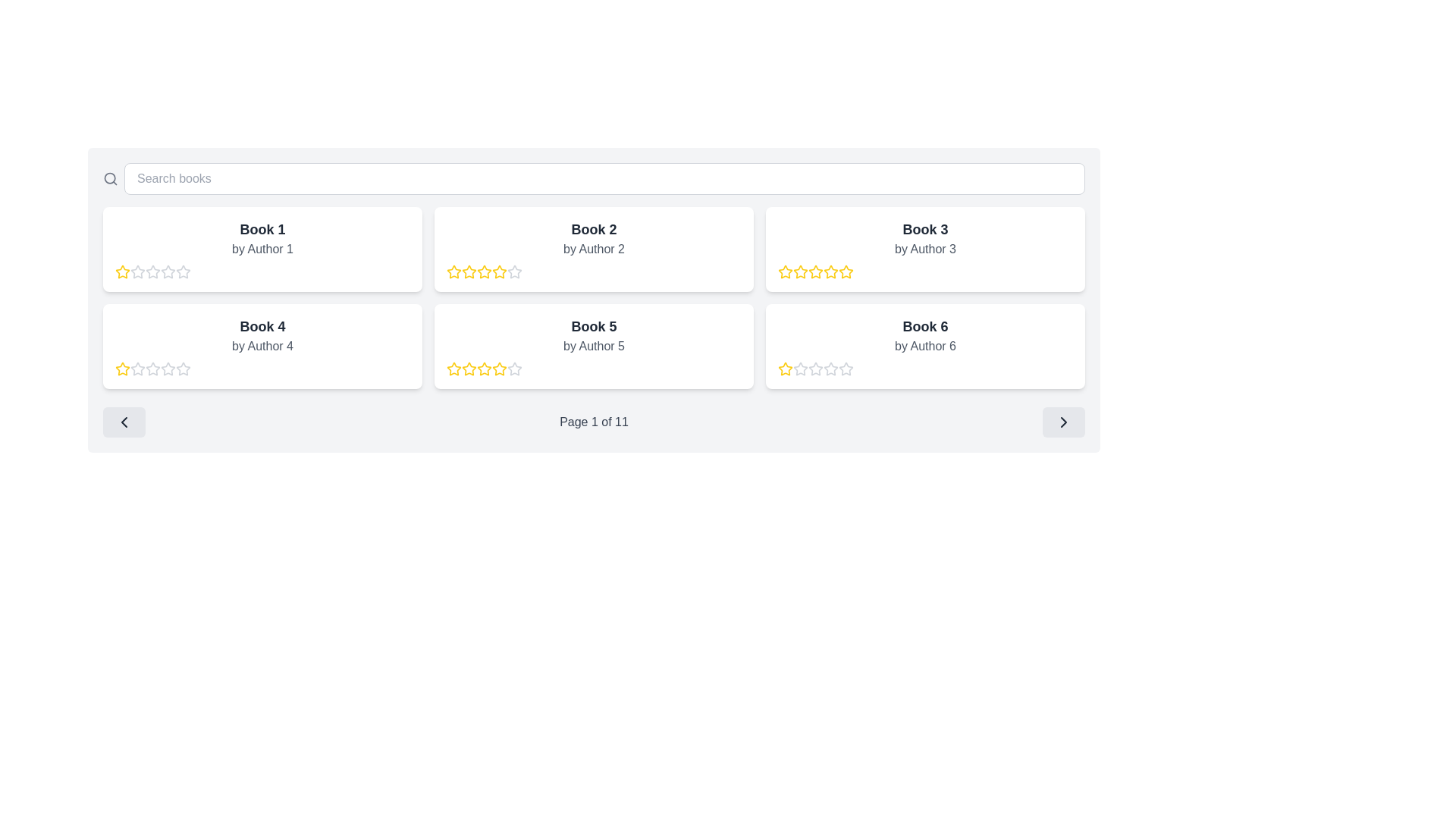 The image size is (1456, 819). Describe the element at coordinates (593, 230) in the screenshot. I see `the Text Label displaying 'Book 2', which is located at the top center of the second card in the first row of the grid layout` at that location.